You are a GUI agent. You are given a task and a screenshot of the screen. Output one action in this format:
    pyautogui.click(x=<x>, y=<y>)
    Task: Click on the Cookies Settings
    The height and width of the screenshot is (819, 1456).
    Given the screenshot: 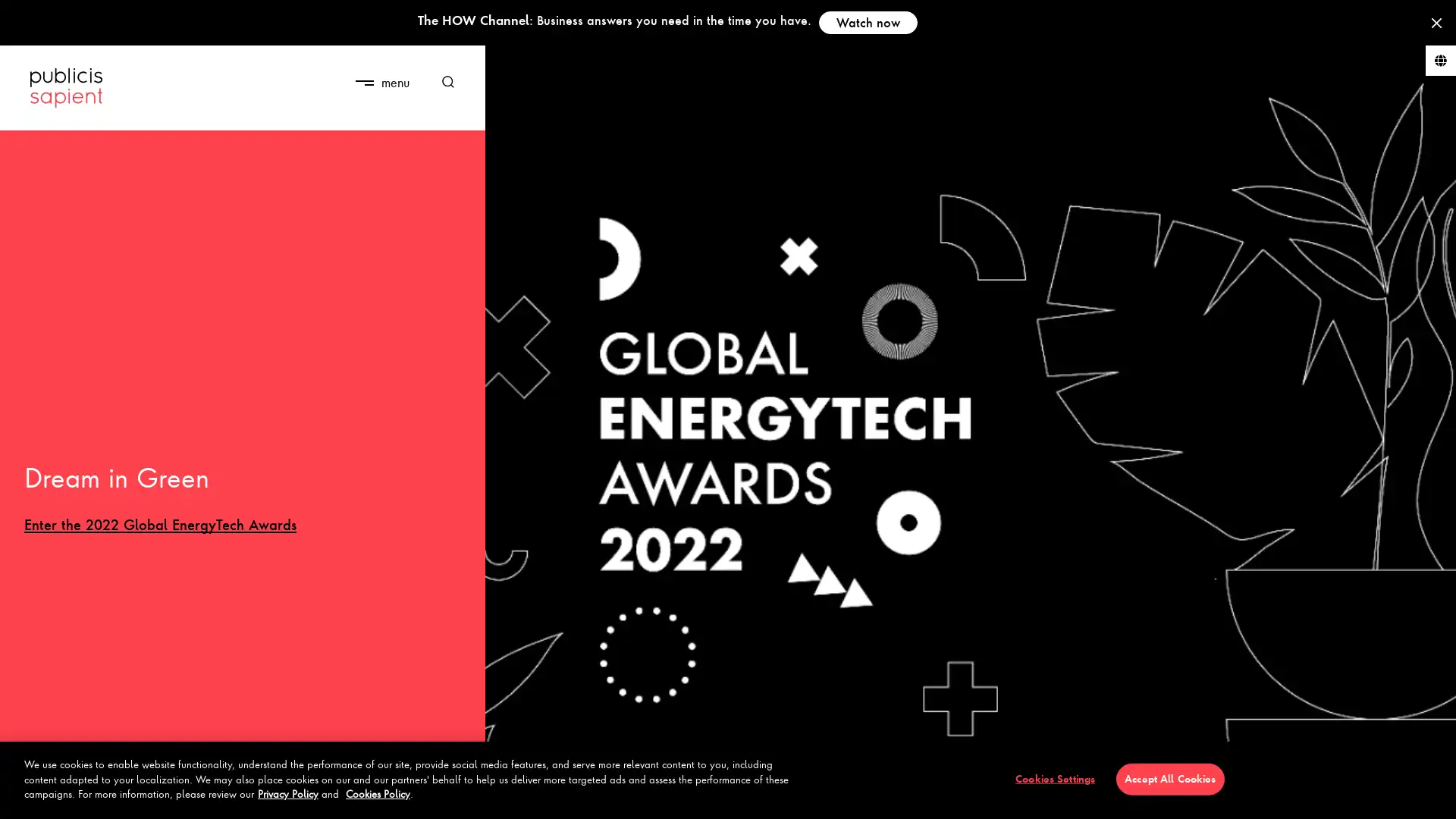 What is the action you would take?
    pyautogui.click(x=1054, y=778)
    